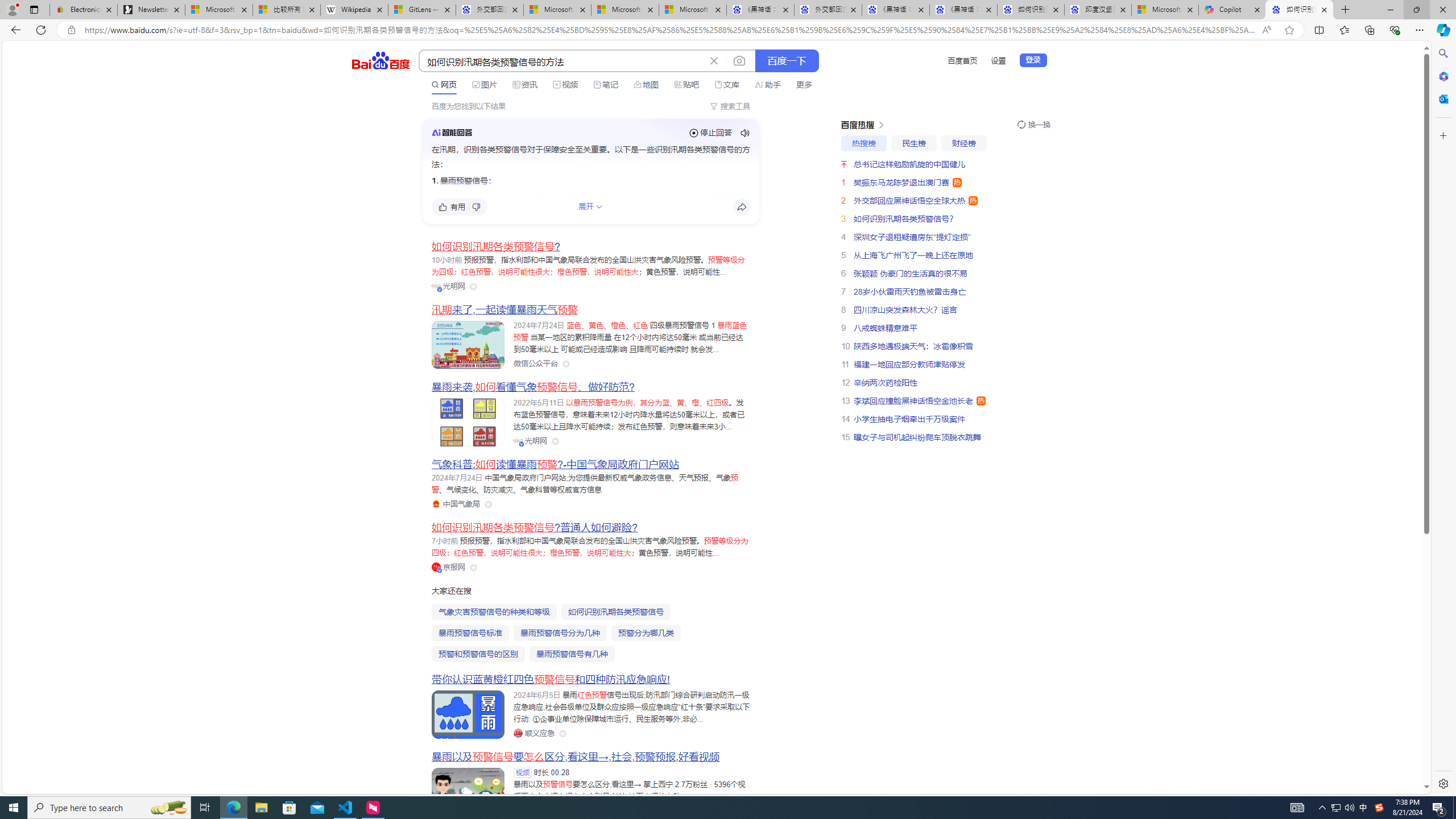 This screenshot has width=1456, height=819. Describe the element at coordinates (1232, 9) in the screenshot. I see `'Copilot'` at that location.